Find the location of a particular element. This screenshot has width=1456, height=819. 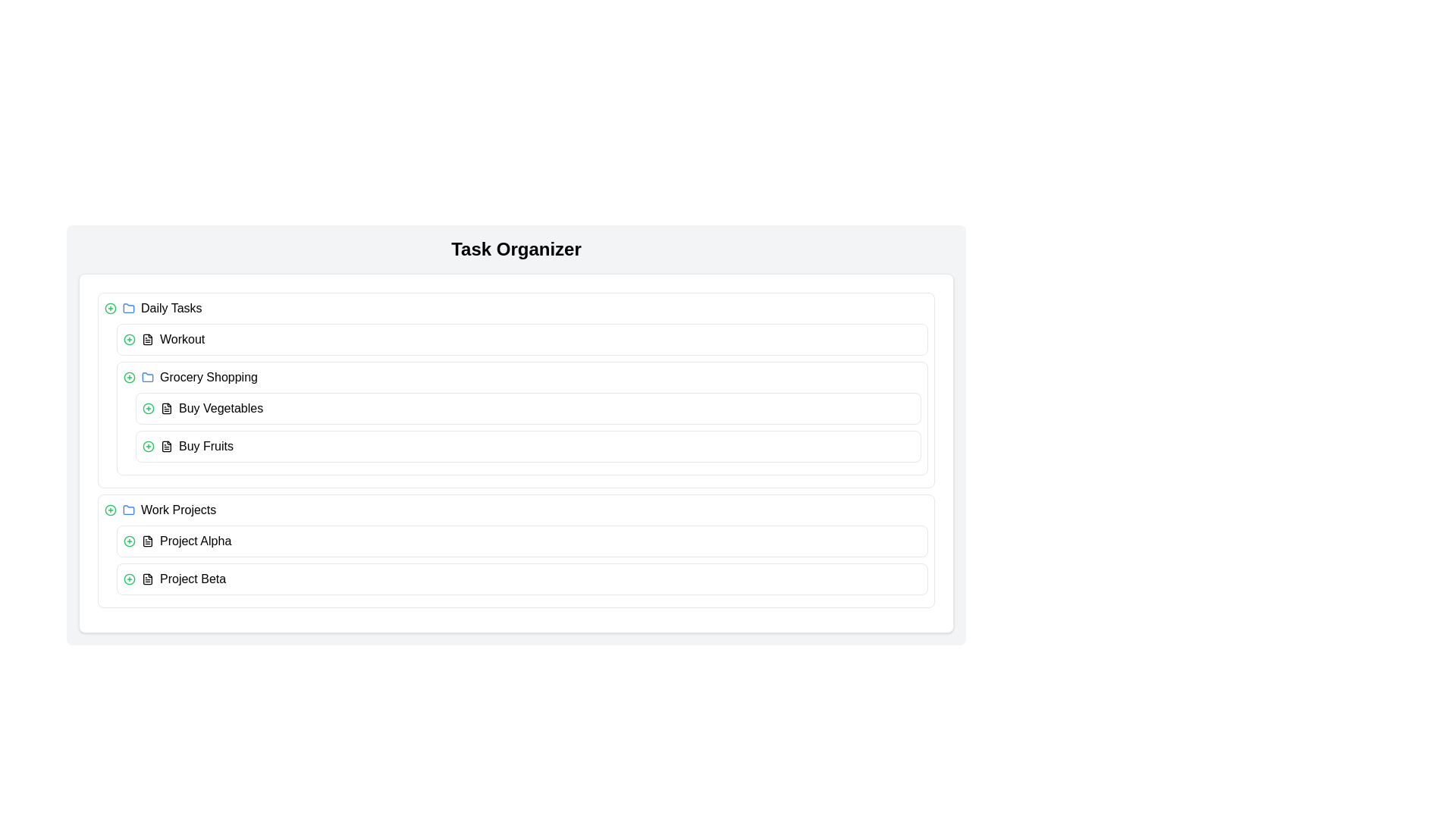

the task entry titled 'Buy Vegetables' within the 'Grocery Shopping' section is located at coordinates (528, 408).